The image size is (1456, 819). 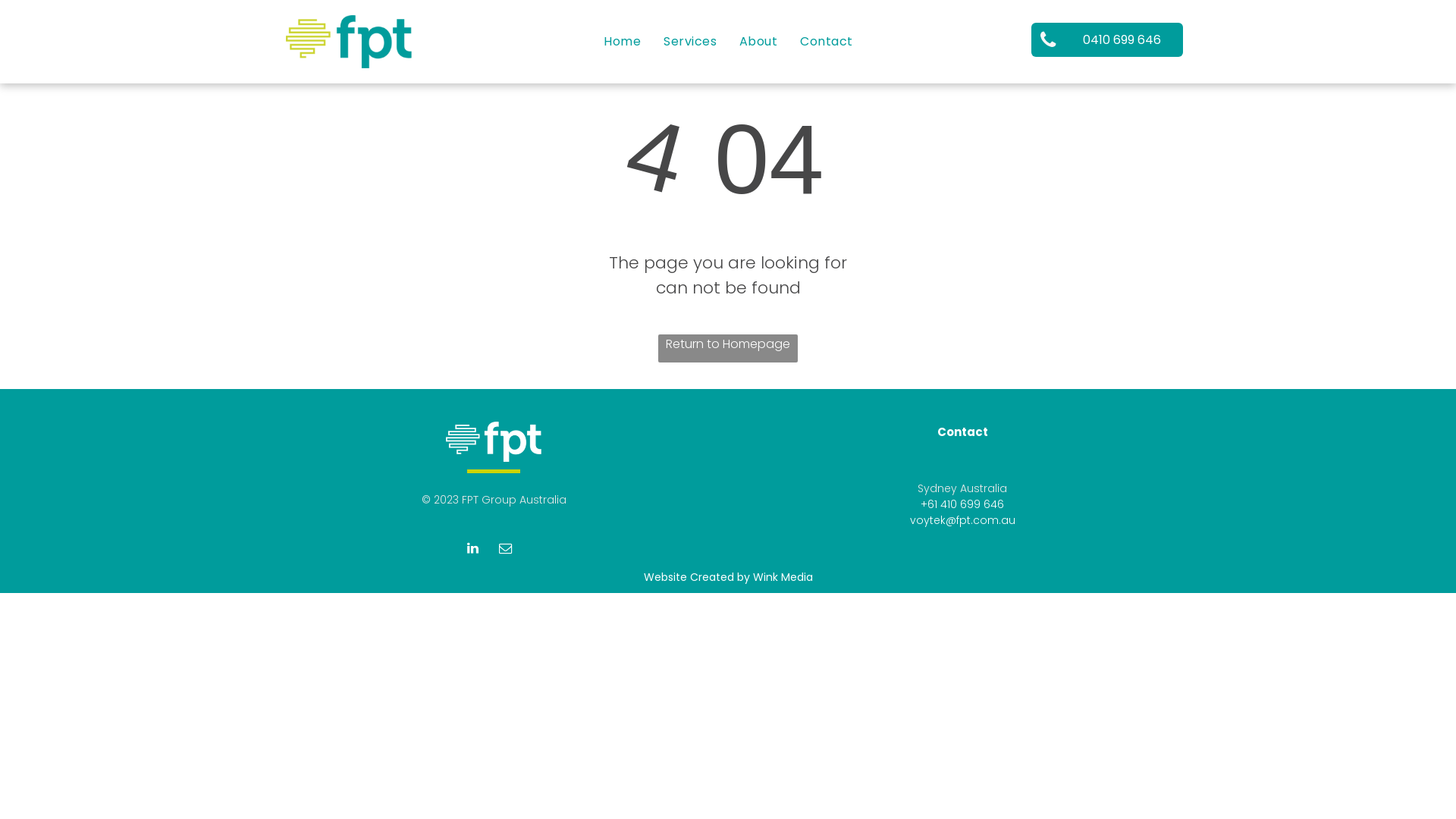 I want to click on 'Services', so click(x=689, y=39).